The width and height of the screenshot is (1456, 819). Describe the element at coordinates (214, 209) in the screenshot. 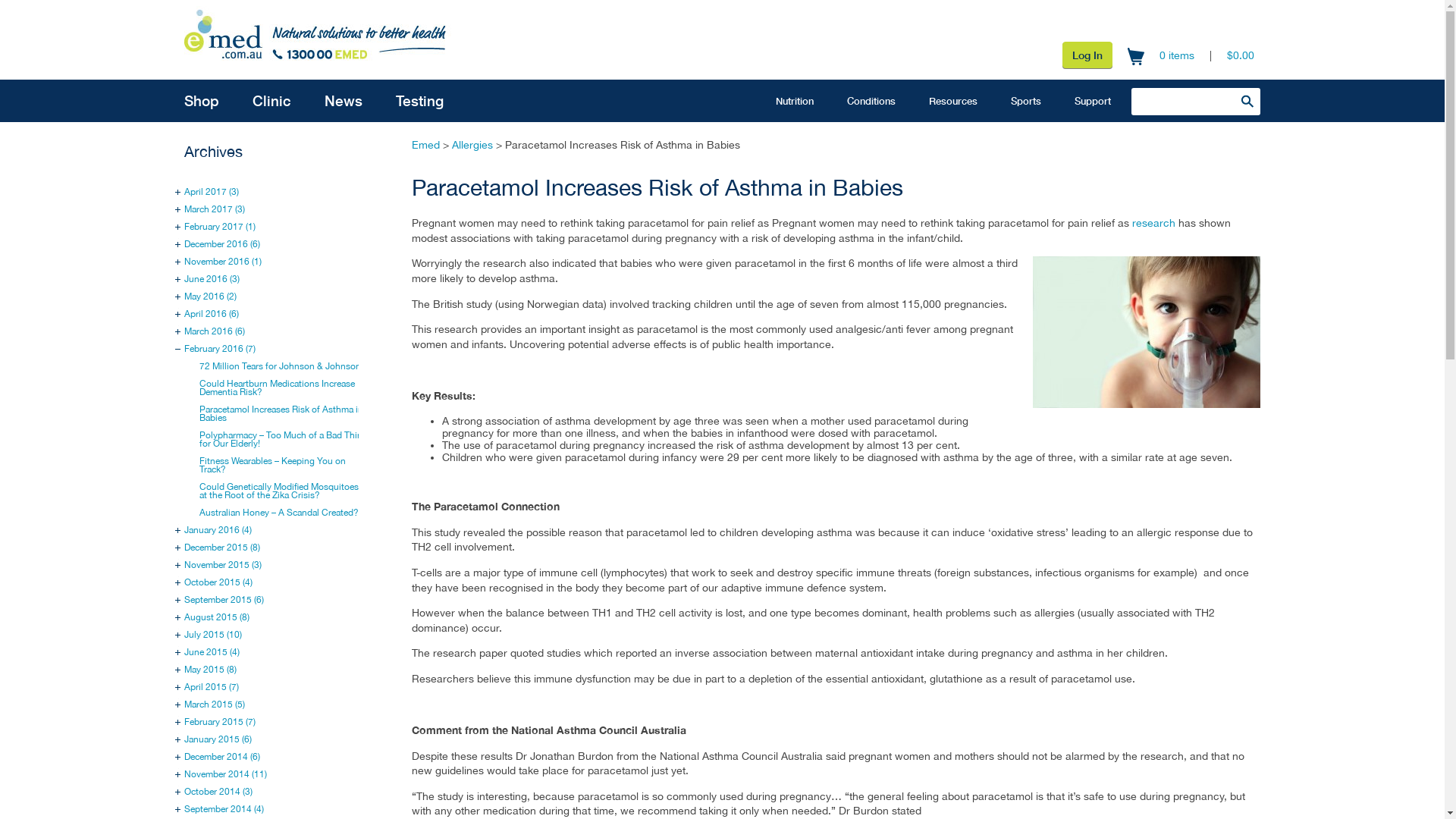

I see `'March 2017 (3)'` at that location.